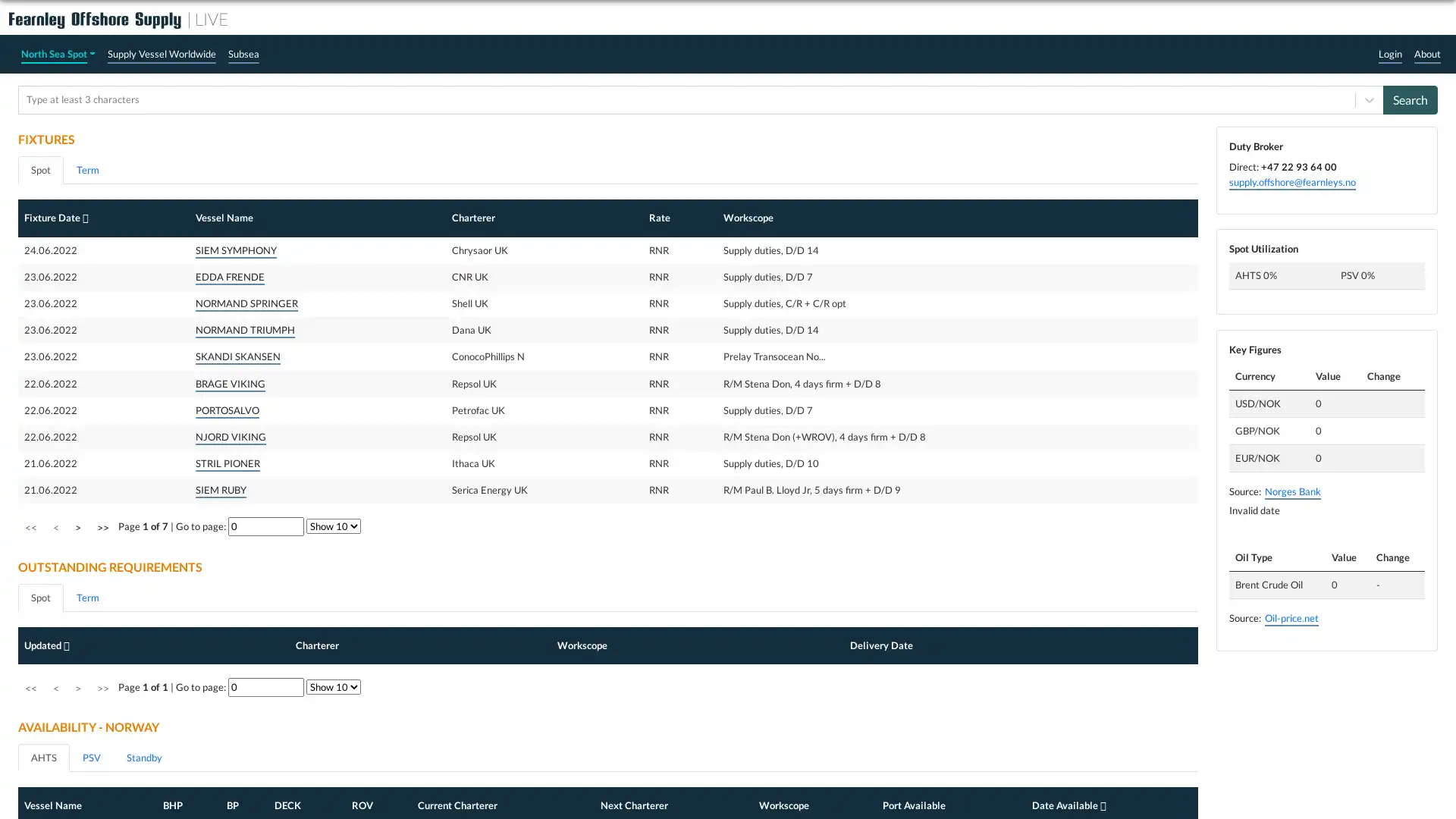 This screenshot has height=819, width=1456. What do you see at coordinates (55, 767) in the screenshot?
I see `<` at bounding box center [55, 767].